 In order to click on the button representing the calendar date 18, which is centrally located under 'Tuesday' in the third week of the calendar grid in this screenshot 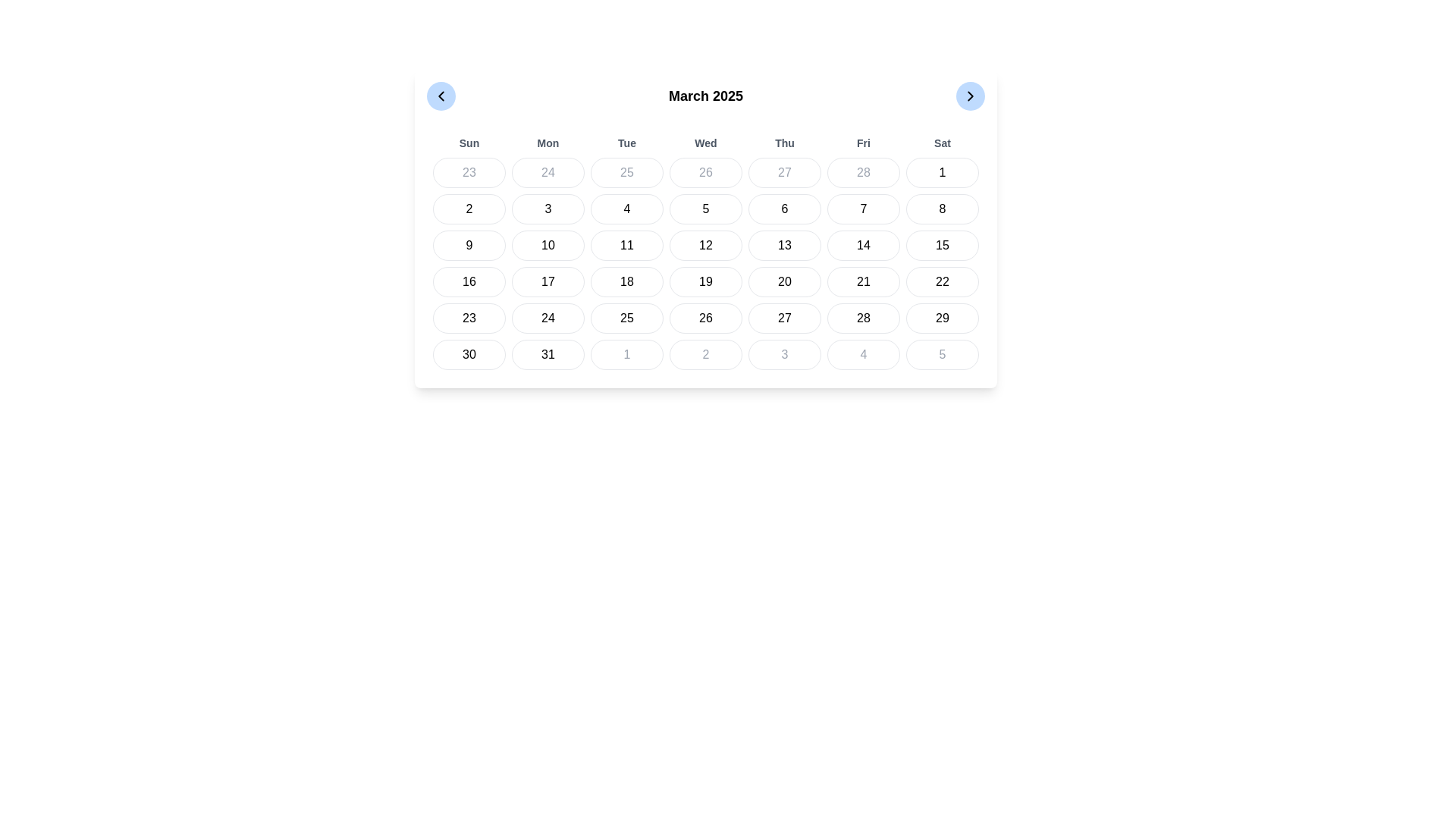, I will do `click(626, 281)`.